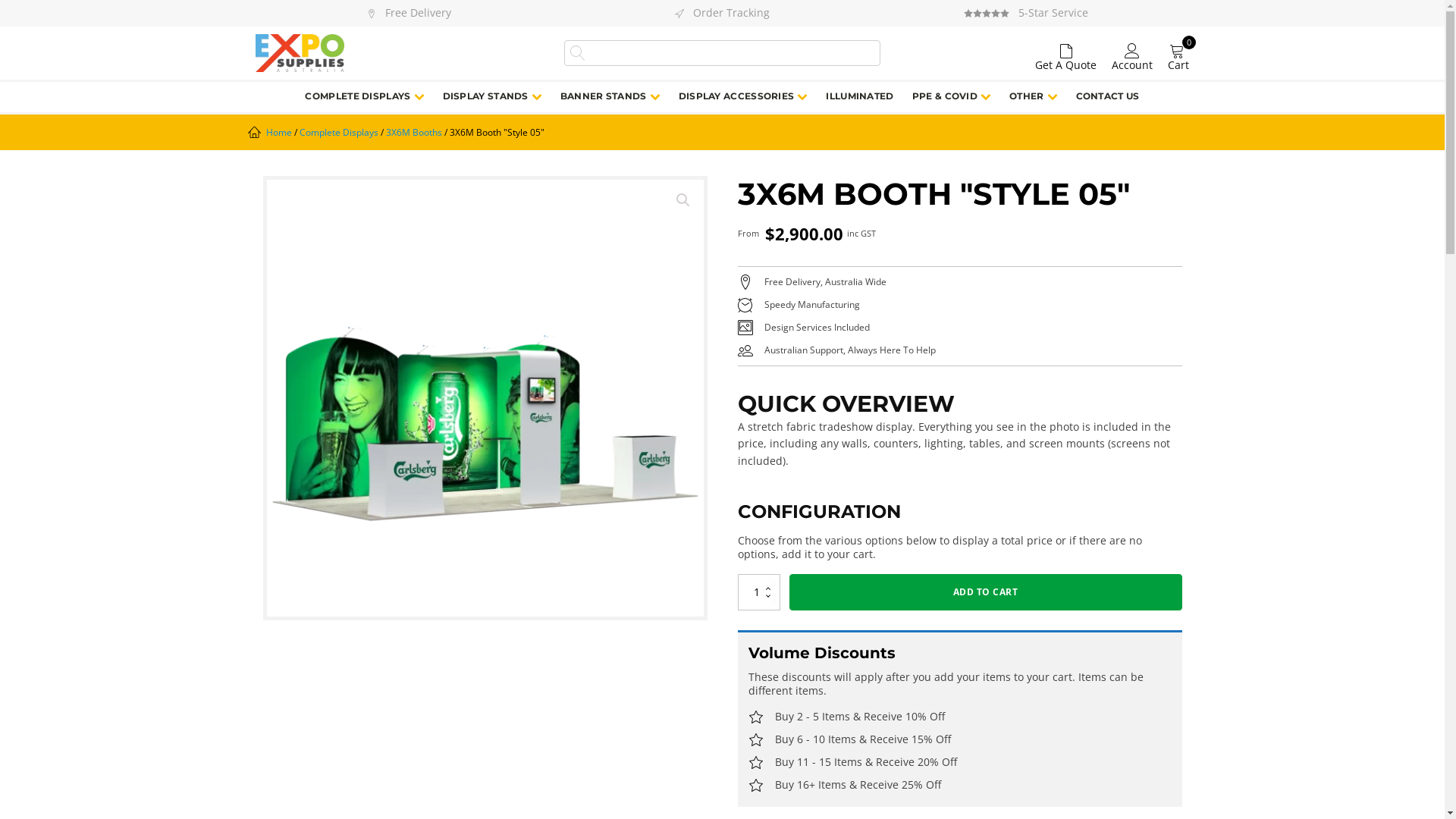  Describe the element at coordinates (484, 397) in the screenshot. I see `'3X6M Tradeshow Booth - Style 05'` at that location.